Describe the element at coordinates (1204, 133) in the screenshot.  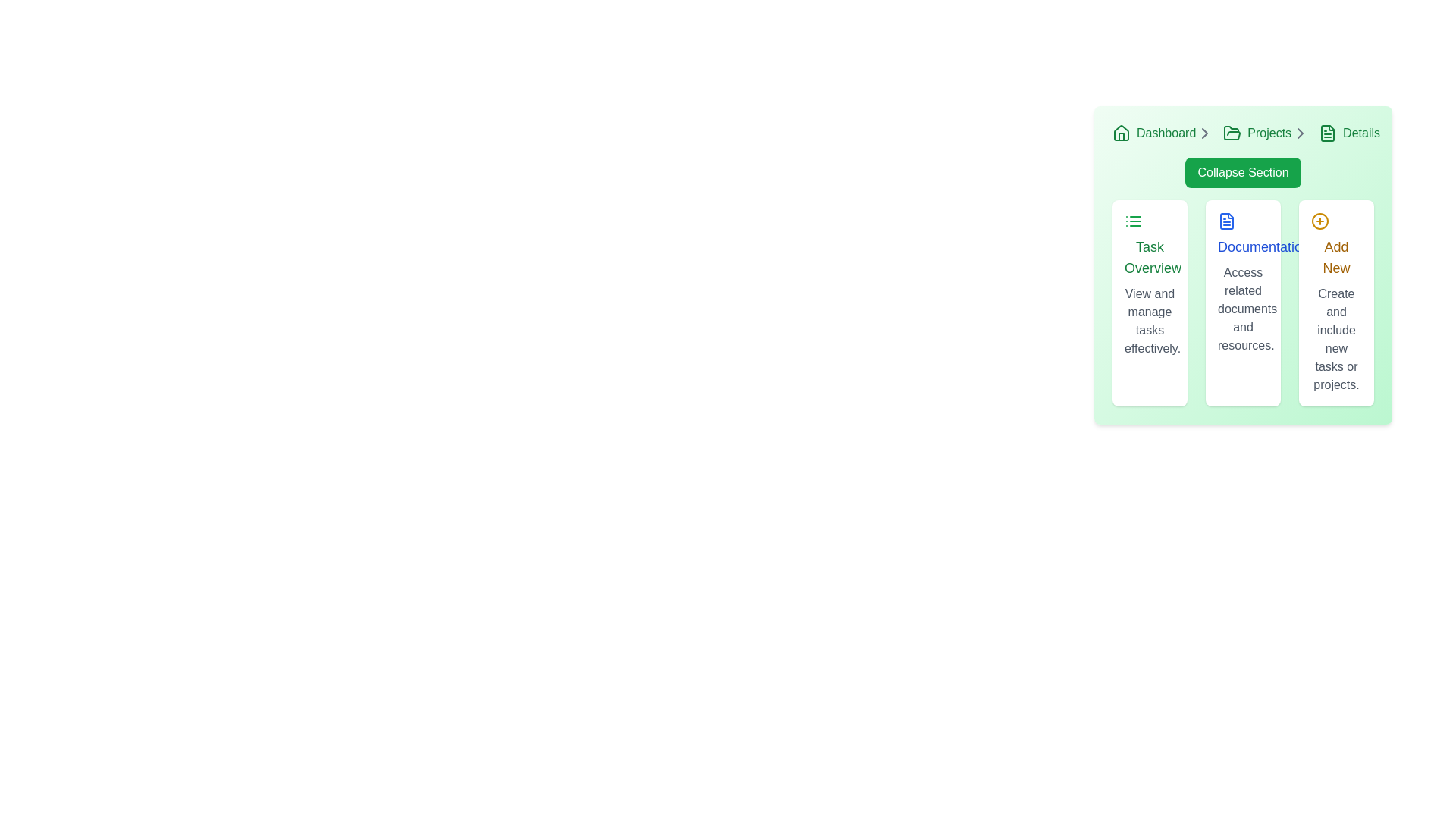
I see `the icon that serves as a separator in the breadcrumb navigation located just to the right of the 'Dashboard' text` at that location.